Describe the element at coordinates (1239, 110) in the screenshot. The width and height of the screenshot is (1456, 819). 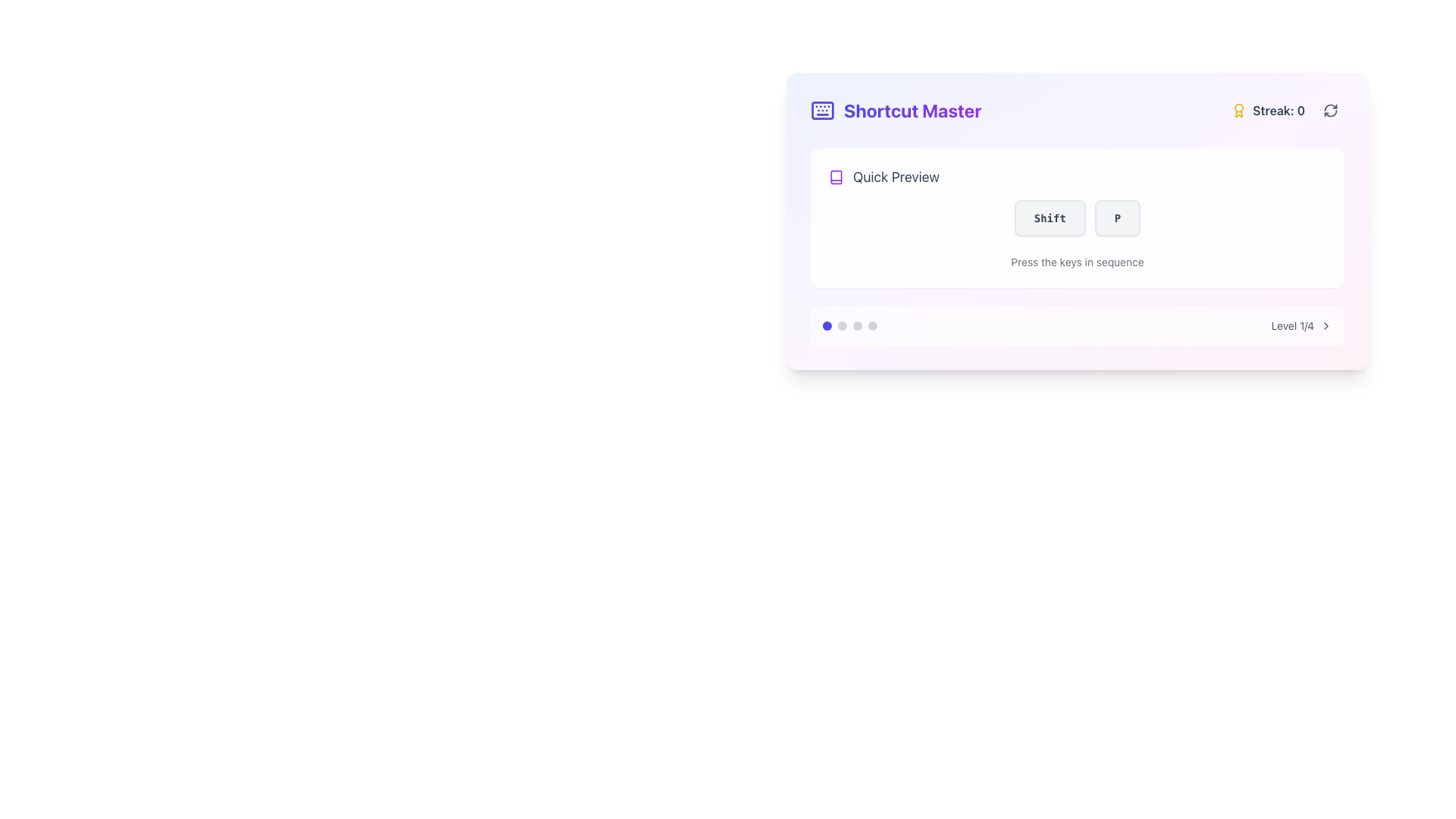
I see `the yellow award ribbon icon located immediately to the left of the text 'Streak: 0' in the top-right corner of the interface` at that location.